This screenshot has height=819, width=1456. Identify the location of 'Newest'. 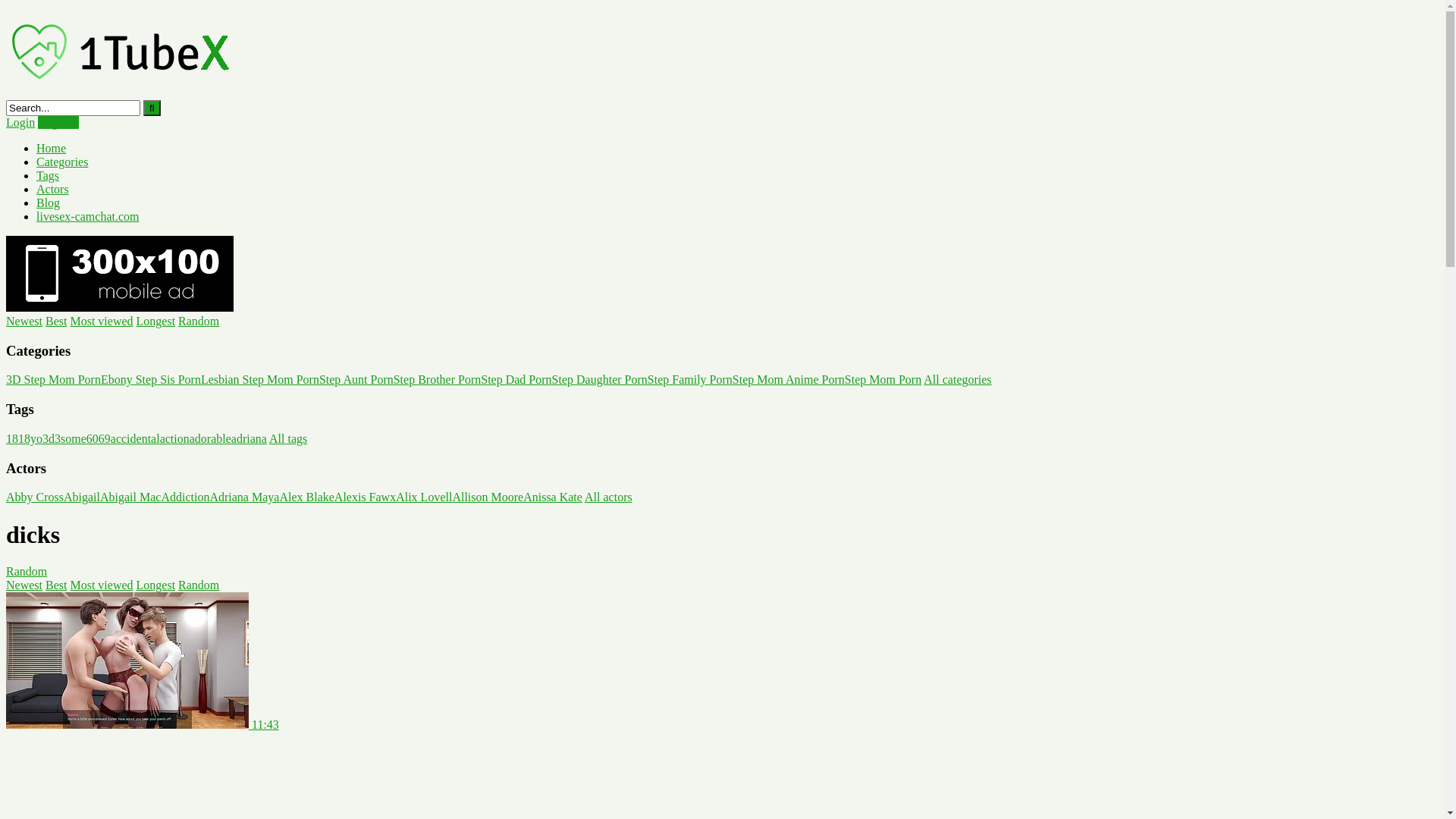
(24, 320).